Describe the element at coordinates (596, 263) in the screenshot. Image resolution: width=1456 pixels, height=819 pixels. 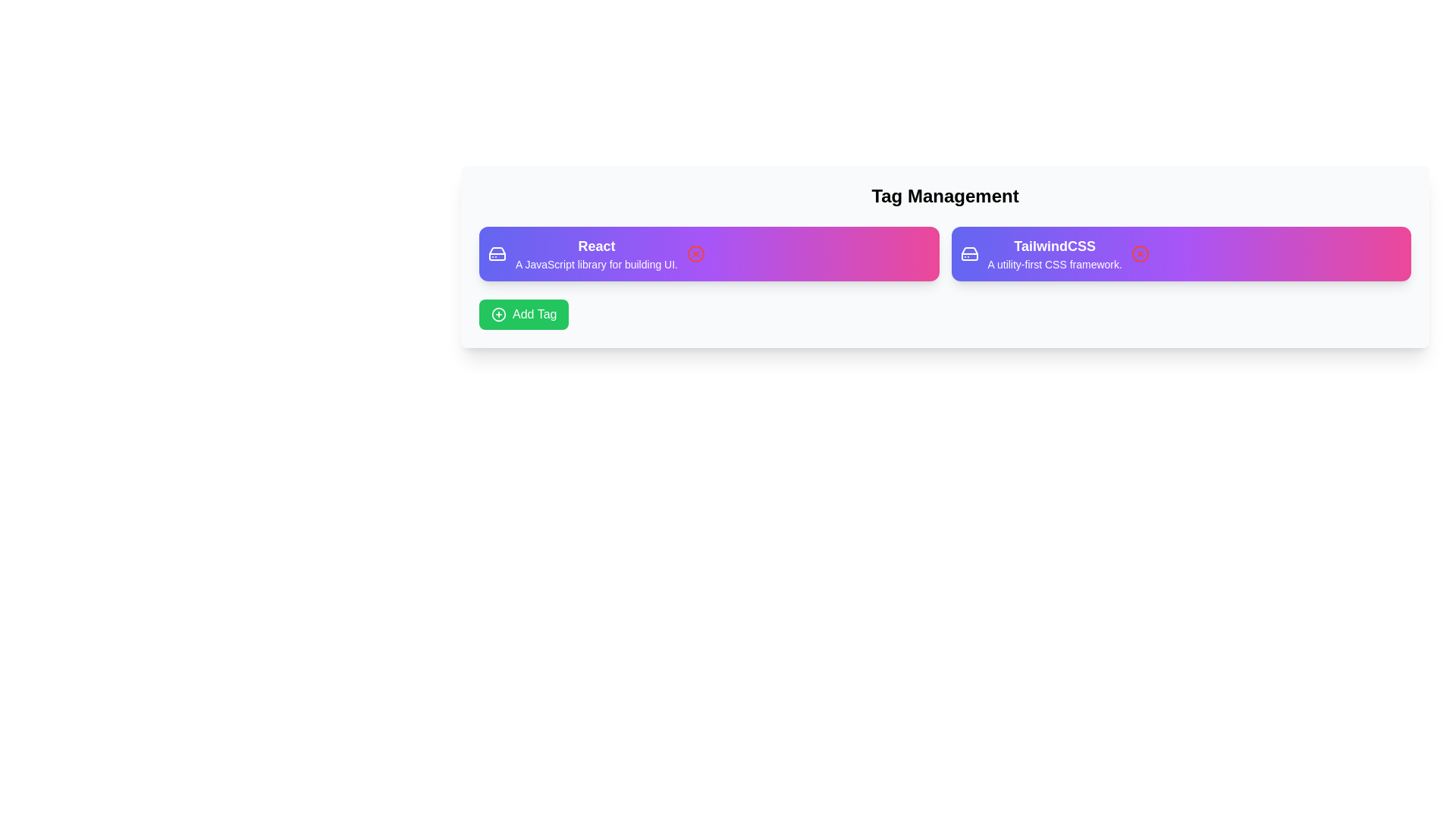
I see `the text element that reads 'A JavaScript library for building UI.' which is located below the heading 'React' within a gradient-colored rectangular area` at that location.